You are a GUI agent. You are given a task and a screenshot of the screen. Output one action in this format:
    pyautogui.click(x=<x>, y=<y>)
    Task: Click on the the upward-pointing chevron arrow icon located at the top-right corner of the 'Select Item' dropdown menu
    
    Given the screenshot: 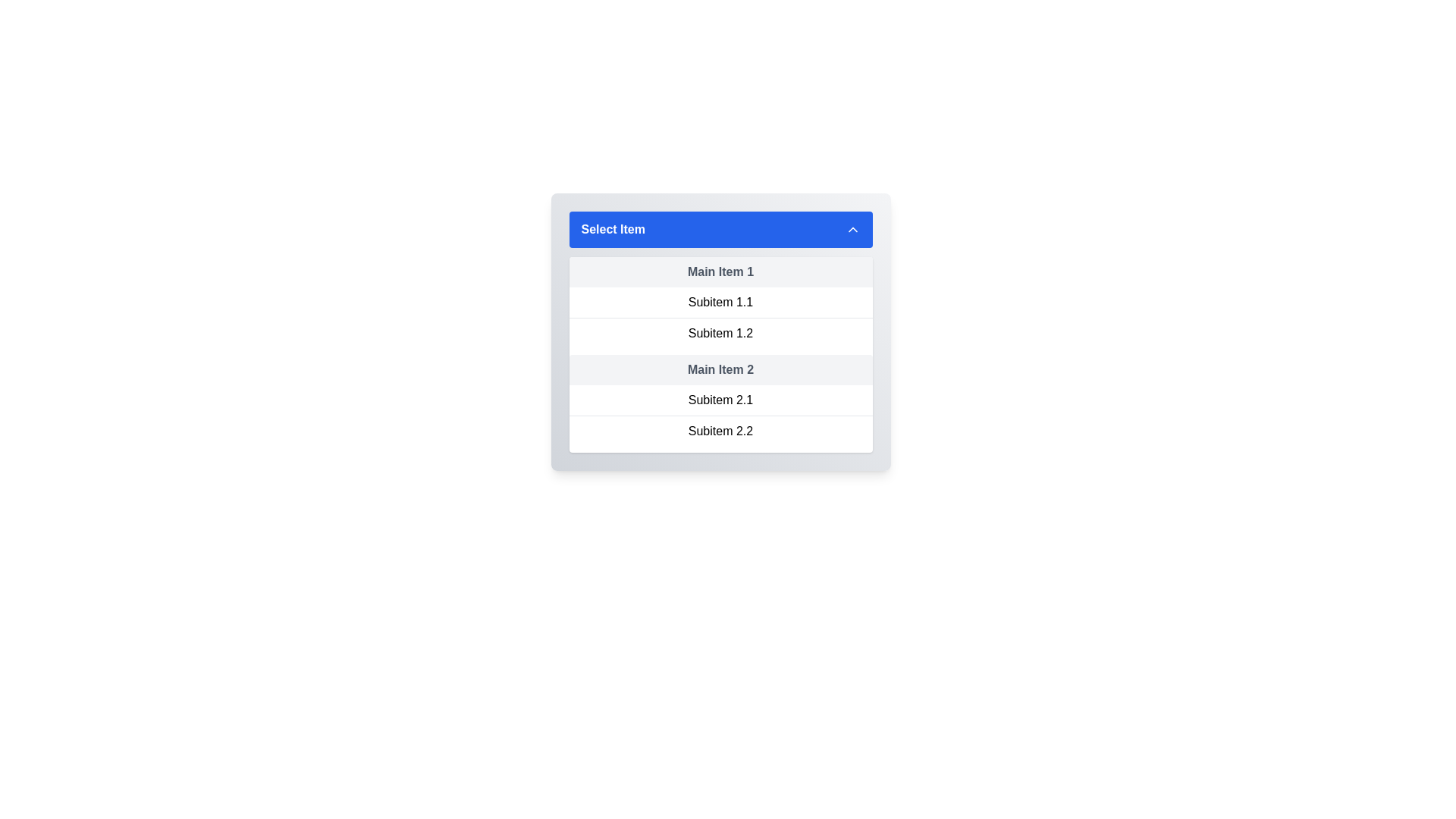 What is the action you would take?
    pyautogui.click(x=852, y=230)
    